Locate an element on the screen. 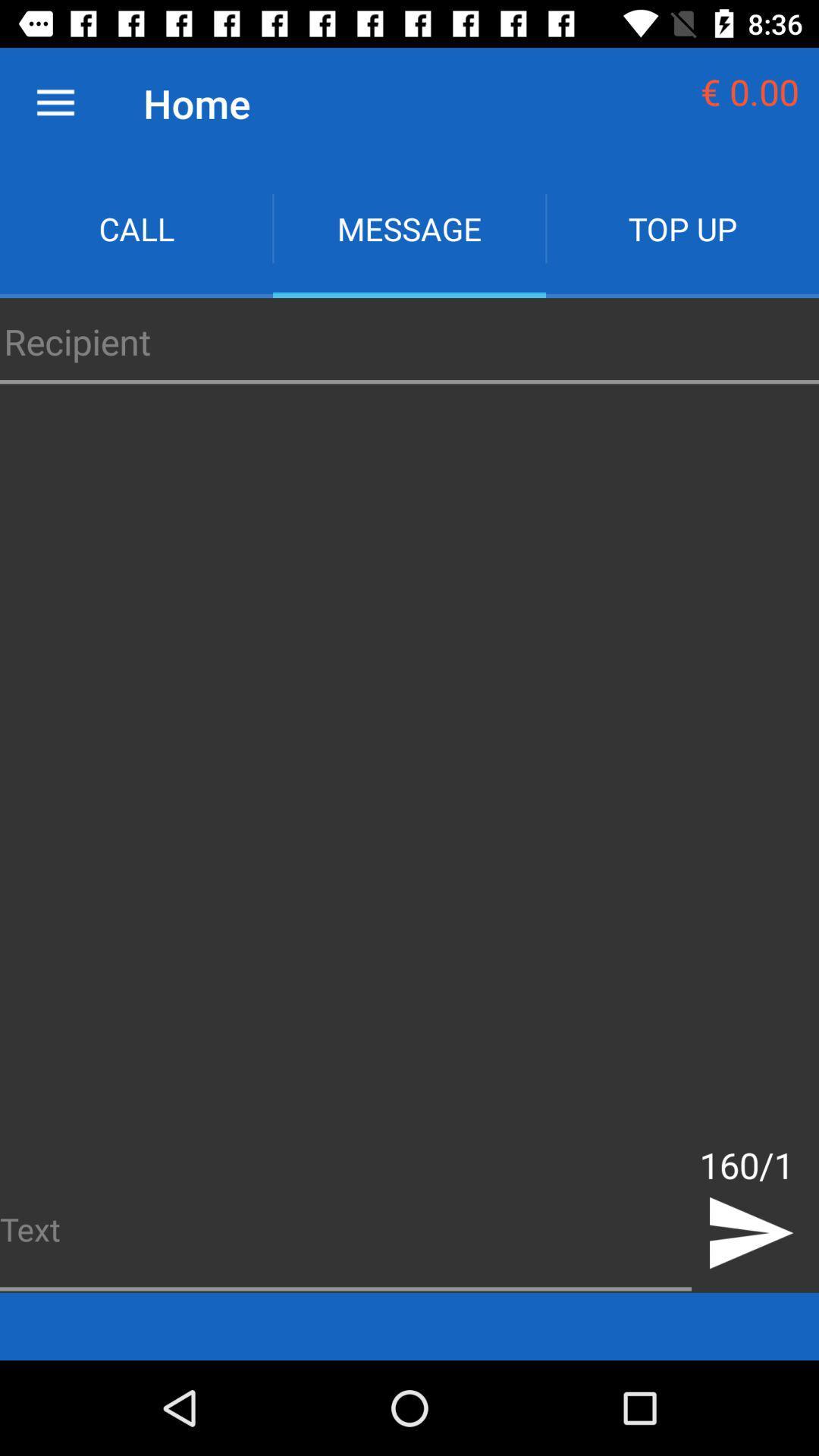 This screenshot has width=819, height=1456. call icon is located at coordinates (136, 227).